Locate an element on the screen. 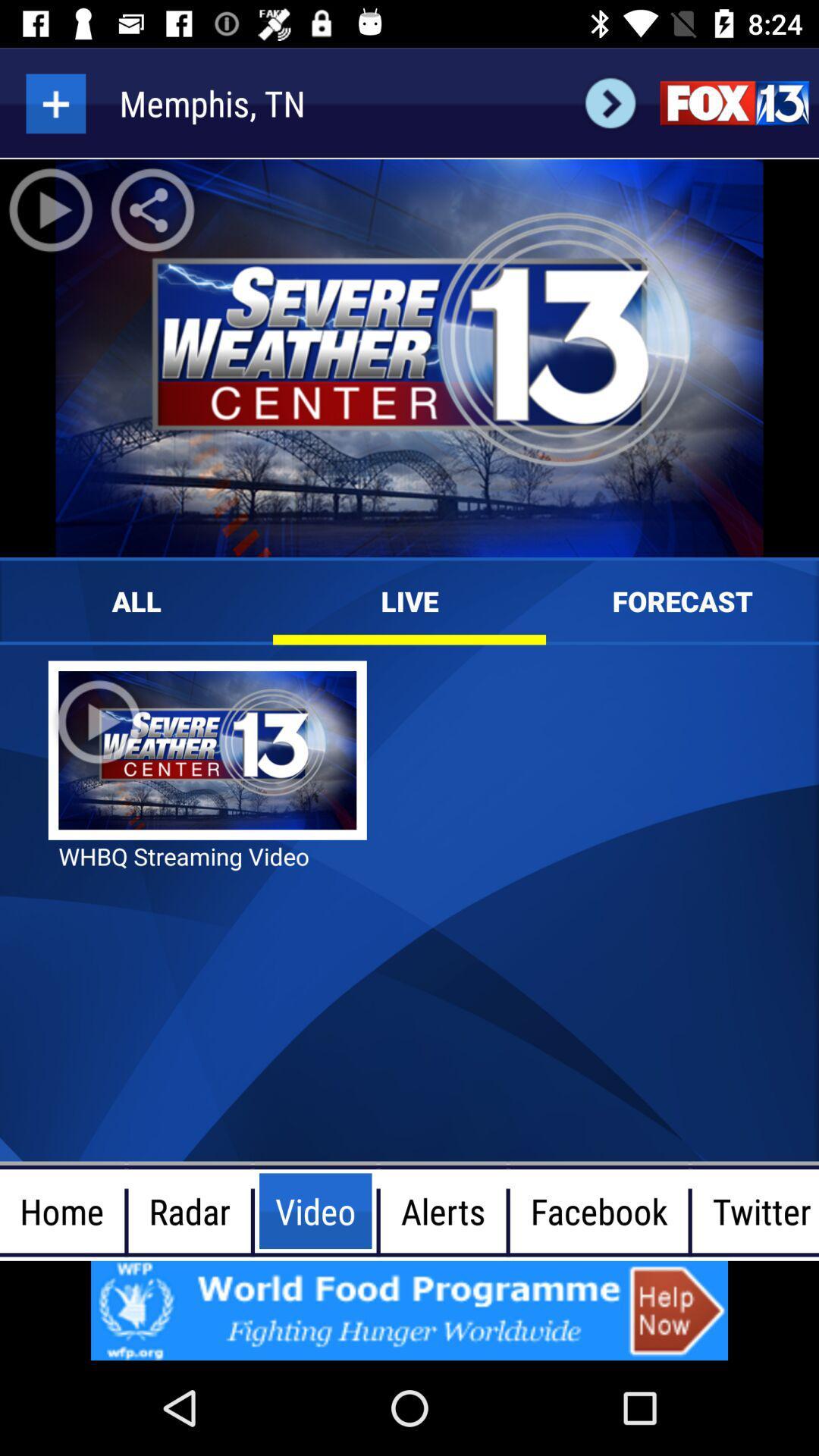  google advertisements is located at coordinates (409, 1310).